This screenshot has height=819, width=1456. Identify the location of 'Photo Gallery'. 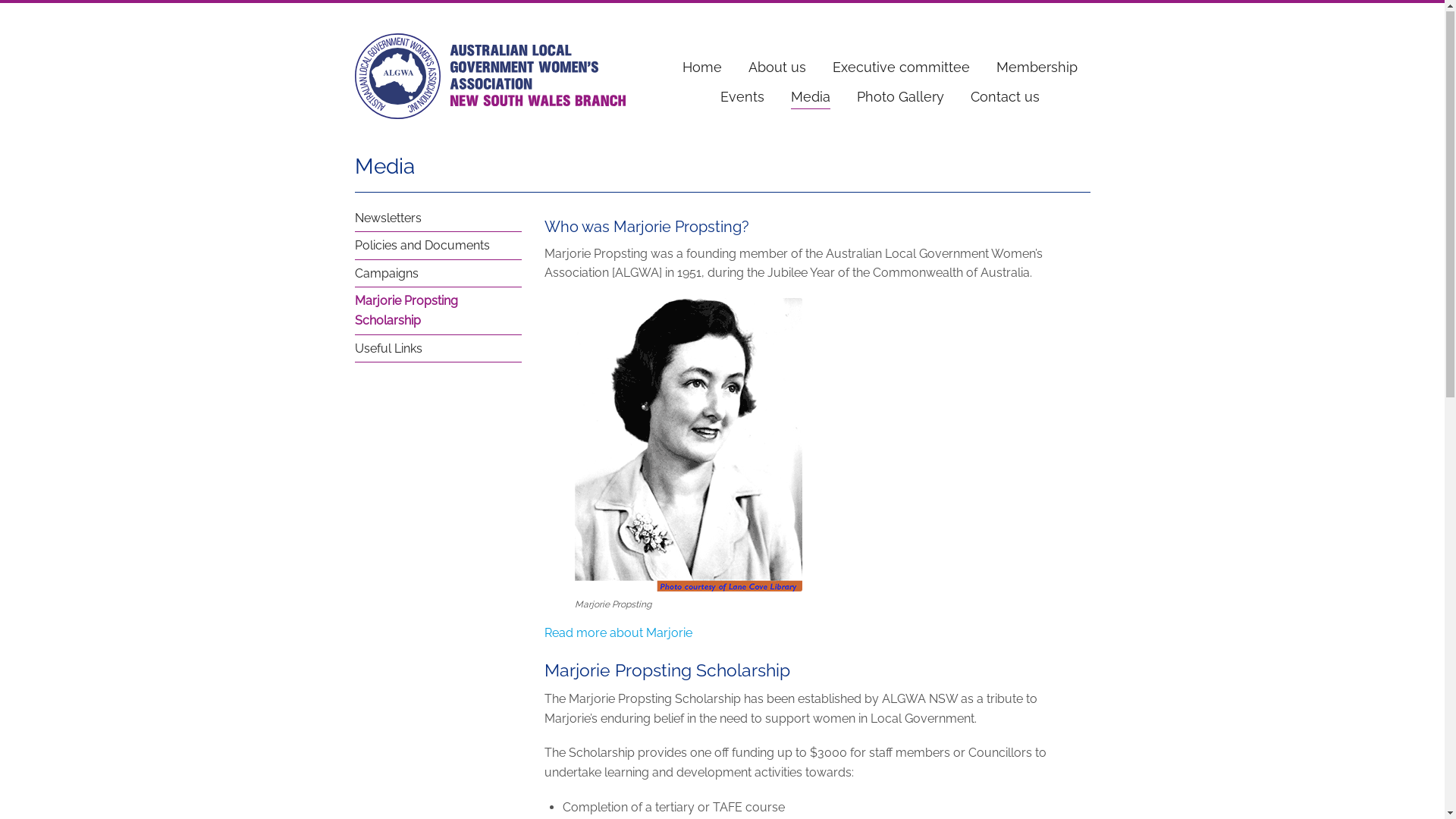
(900, 97).